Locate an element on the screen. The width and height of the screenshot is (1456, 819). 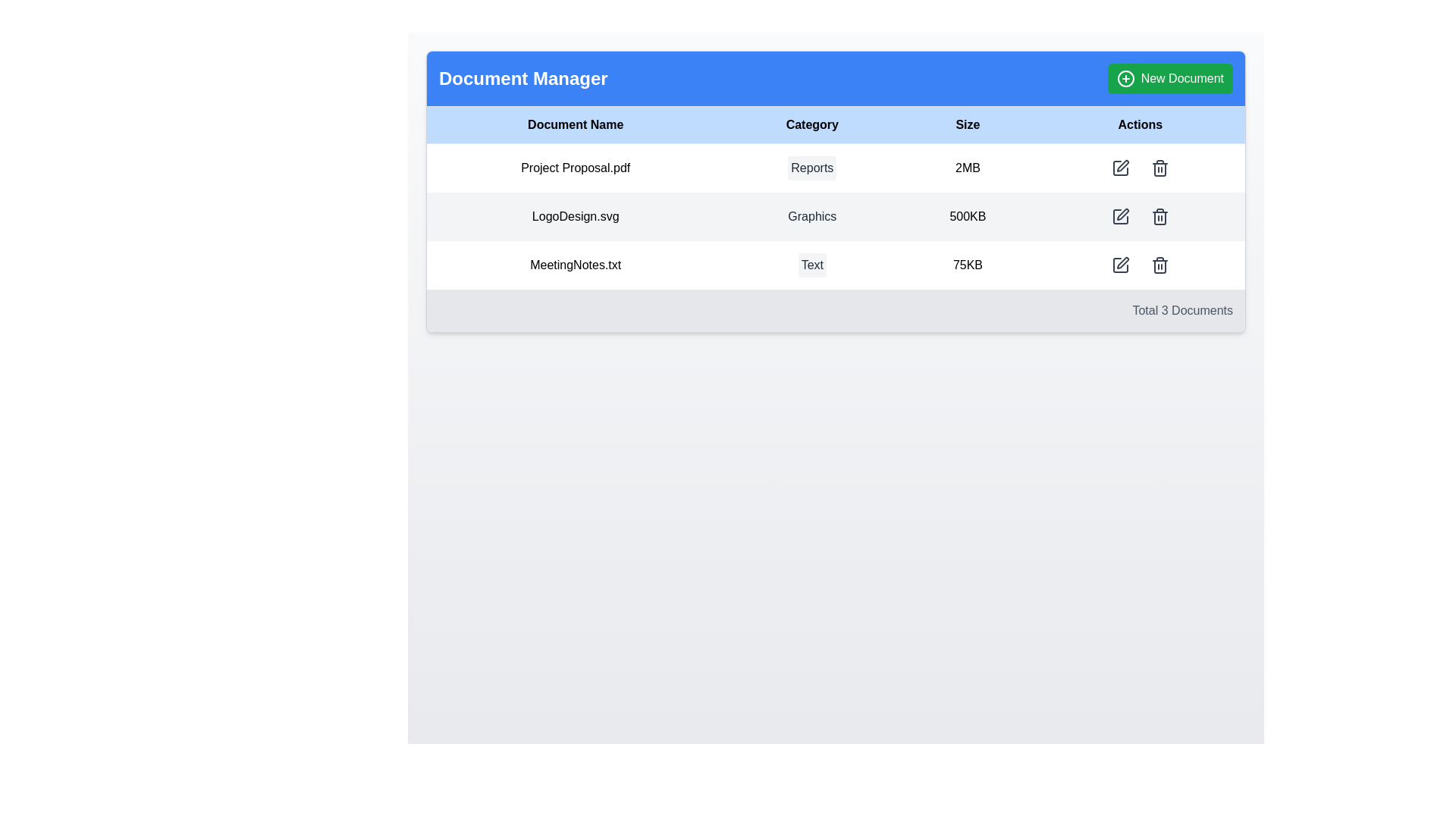
the static label containing the text 'Graphics', which is styled with a light gray background and dark gray text, located in the second column of the second row in the table under the 'Document Manager' header is located at coordinates (811, 216).